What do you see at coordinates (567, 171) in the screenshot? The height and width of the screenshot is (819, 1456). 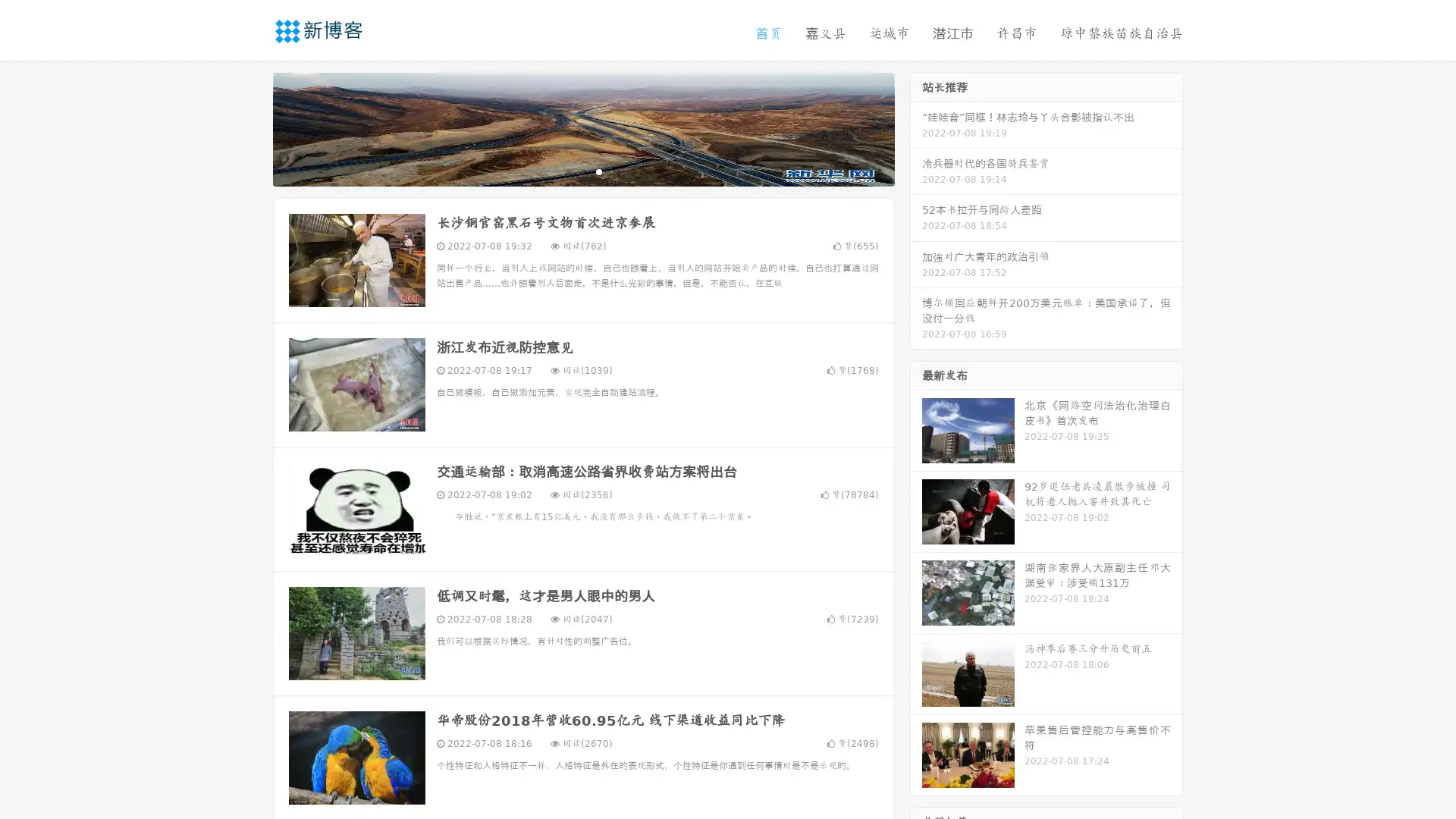 I see `Go to slide 1` at bounding box center [567, 171].